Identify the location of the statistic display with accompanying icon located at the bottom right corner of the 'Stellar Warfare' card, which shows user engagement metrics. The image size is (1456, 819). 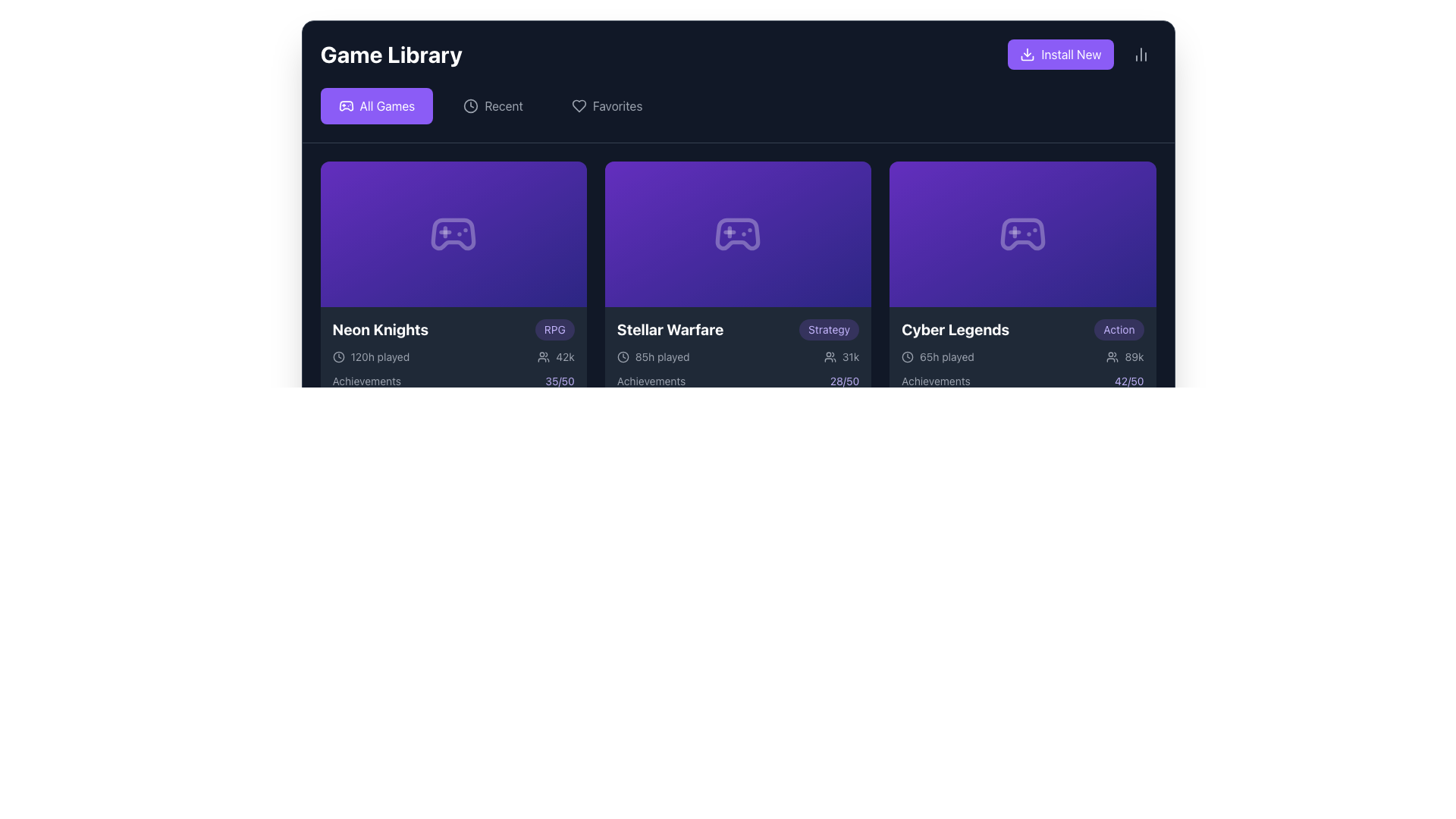
(840, 356).